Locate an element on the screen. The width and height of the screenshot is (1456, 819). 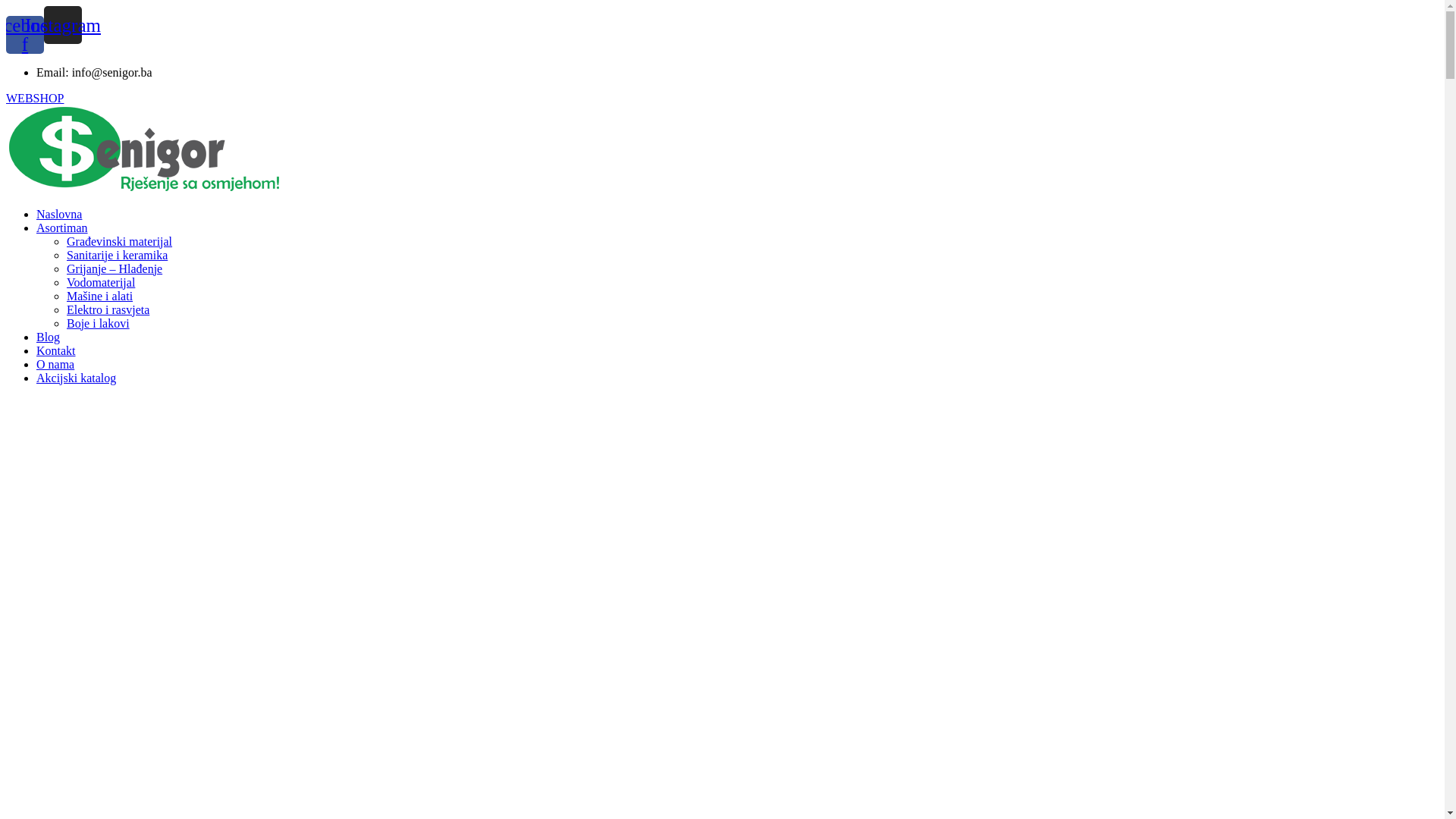
'Instagram' is located at coordinates (61, 25).